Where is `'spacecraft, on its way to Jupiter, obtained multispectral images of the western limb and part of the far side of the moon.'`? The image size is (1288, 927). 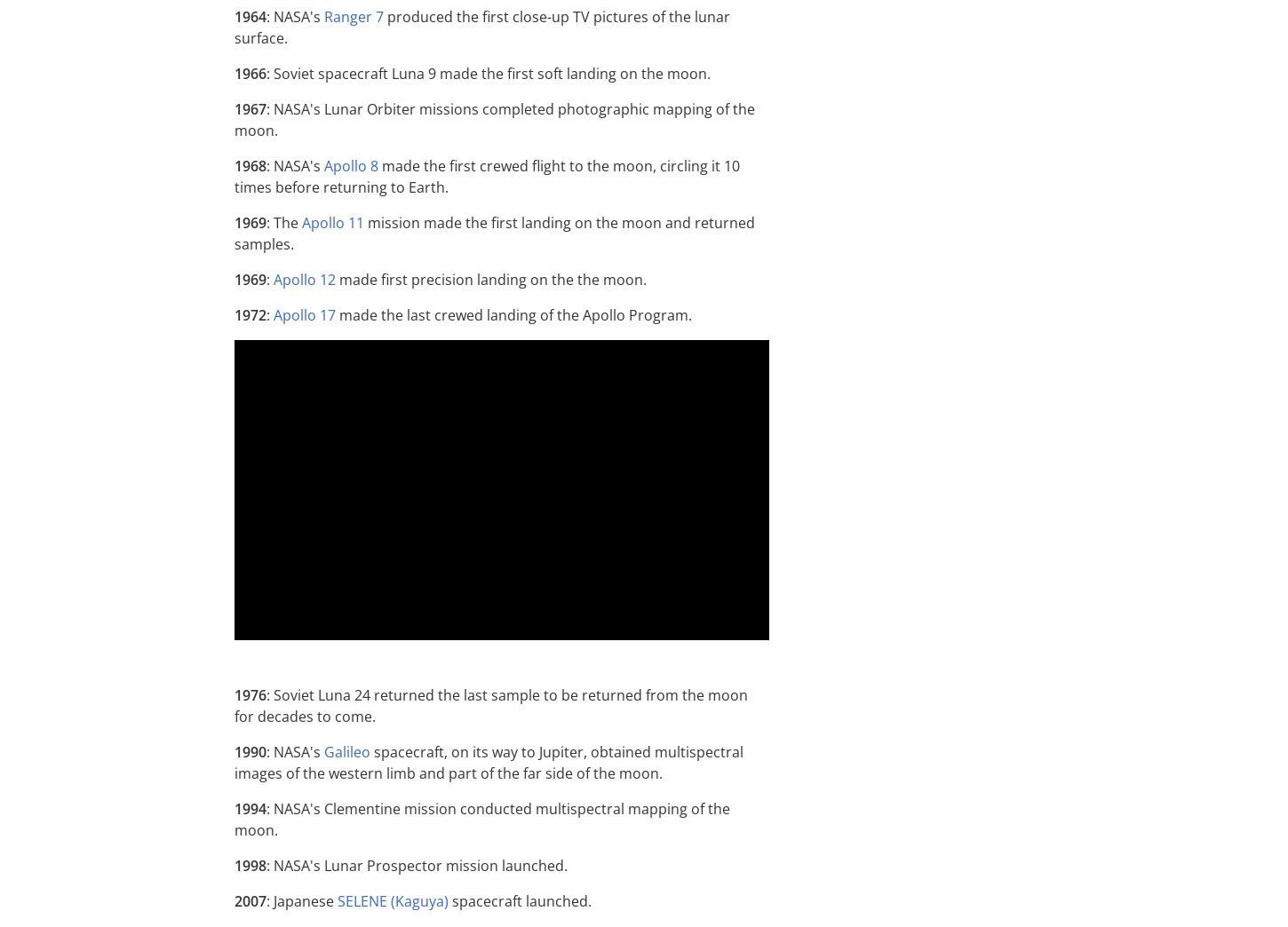
'spacecraft, on its way to Jupiter, obtained multispectral images of the western limb and part of the far side of the moon.' is located at coordinates (235, 763).